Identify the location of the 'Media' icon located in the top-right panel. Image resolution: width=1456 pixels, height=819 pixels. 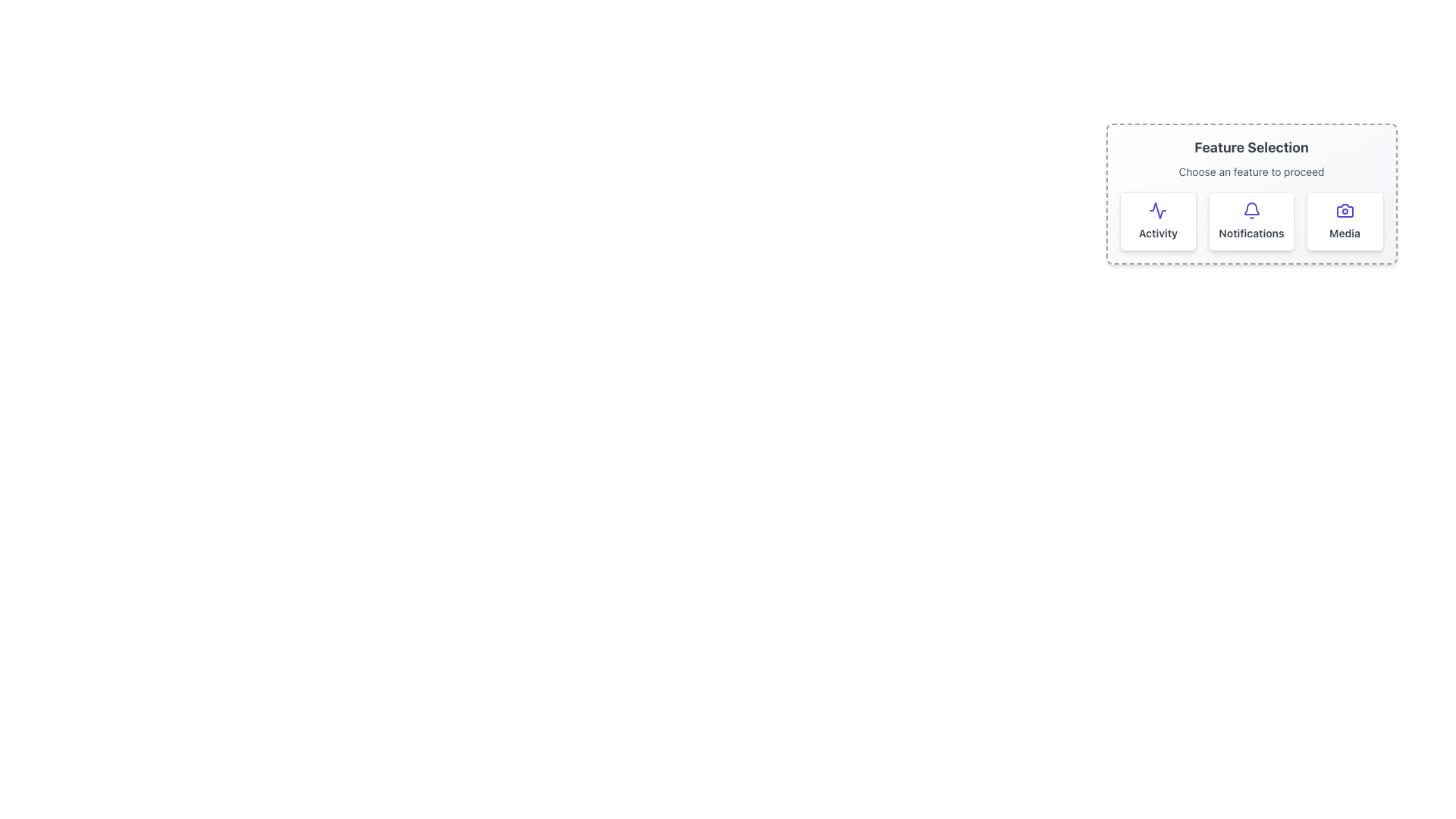
(1345, 210).